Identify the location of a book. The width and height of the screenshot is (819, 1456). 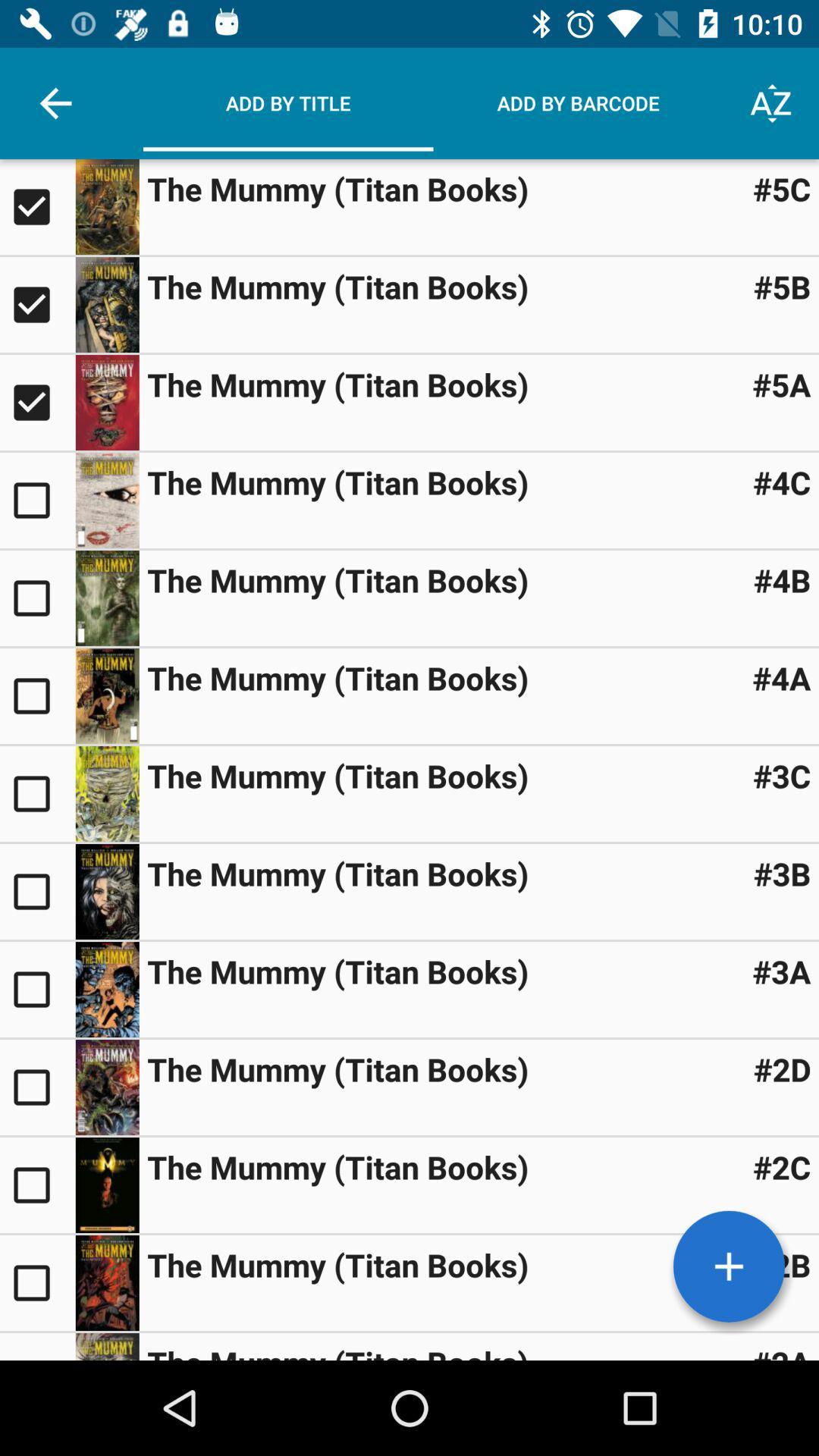
(728, 1266).